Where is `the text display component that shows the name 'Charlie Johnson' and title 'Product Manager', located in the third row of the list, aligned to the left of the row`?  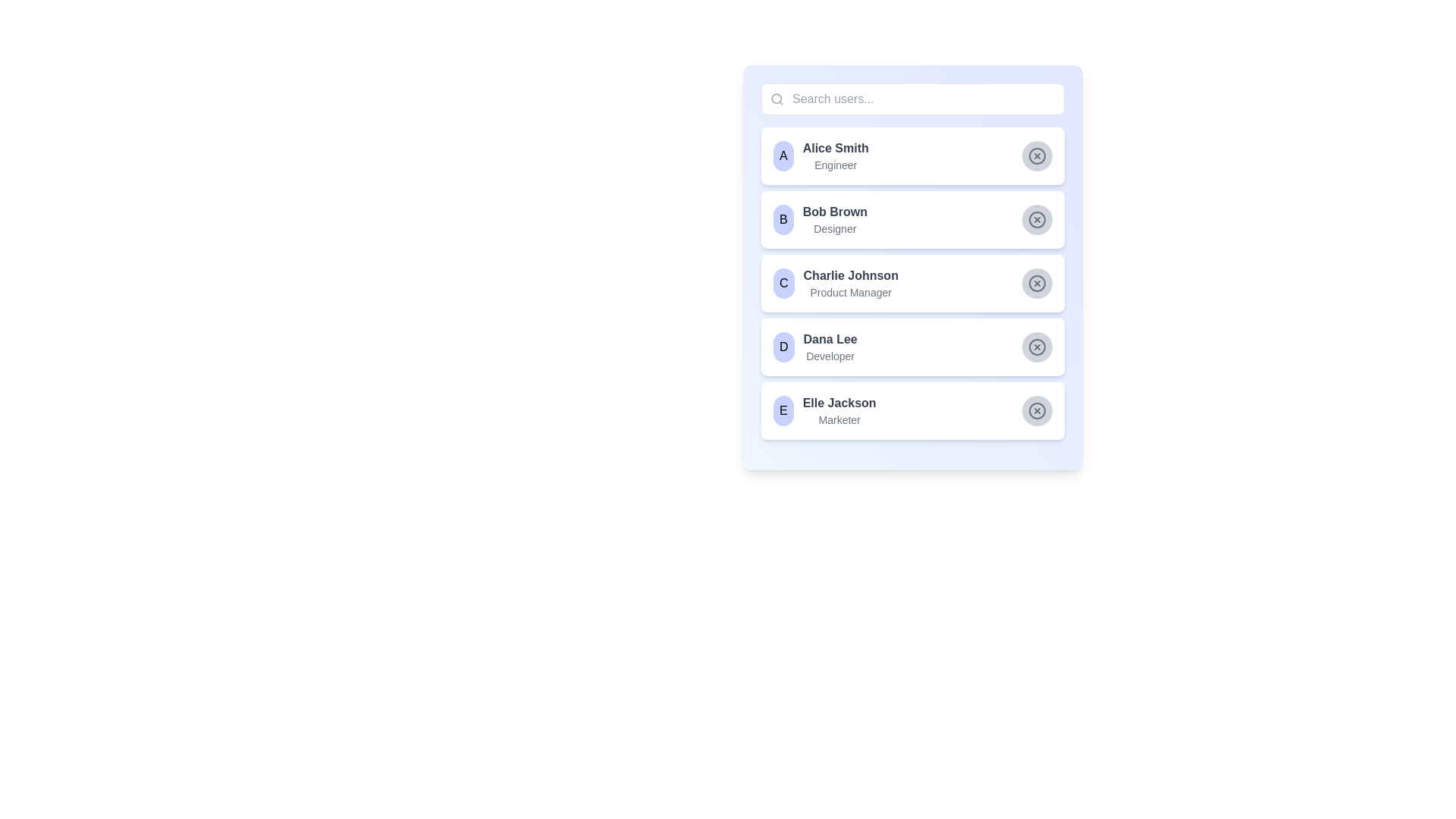
the text display component that shows the name 'Charlie Johnson' and title 'Product Manager', located in the third row of the list, aligned to the left of the row is located at coordinates (851, 284).